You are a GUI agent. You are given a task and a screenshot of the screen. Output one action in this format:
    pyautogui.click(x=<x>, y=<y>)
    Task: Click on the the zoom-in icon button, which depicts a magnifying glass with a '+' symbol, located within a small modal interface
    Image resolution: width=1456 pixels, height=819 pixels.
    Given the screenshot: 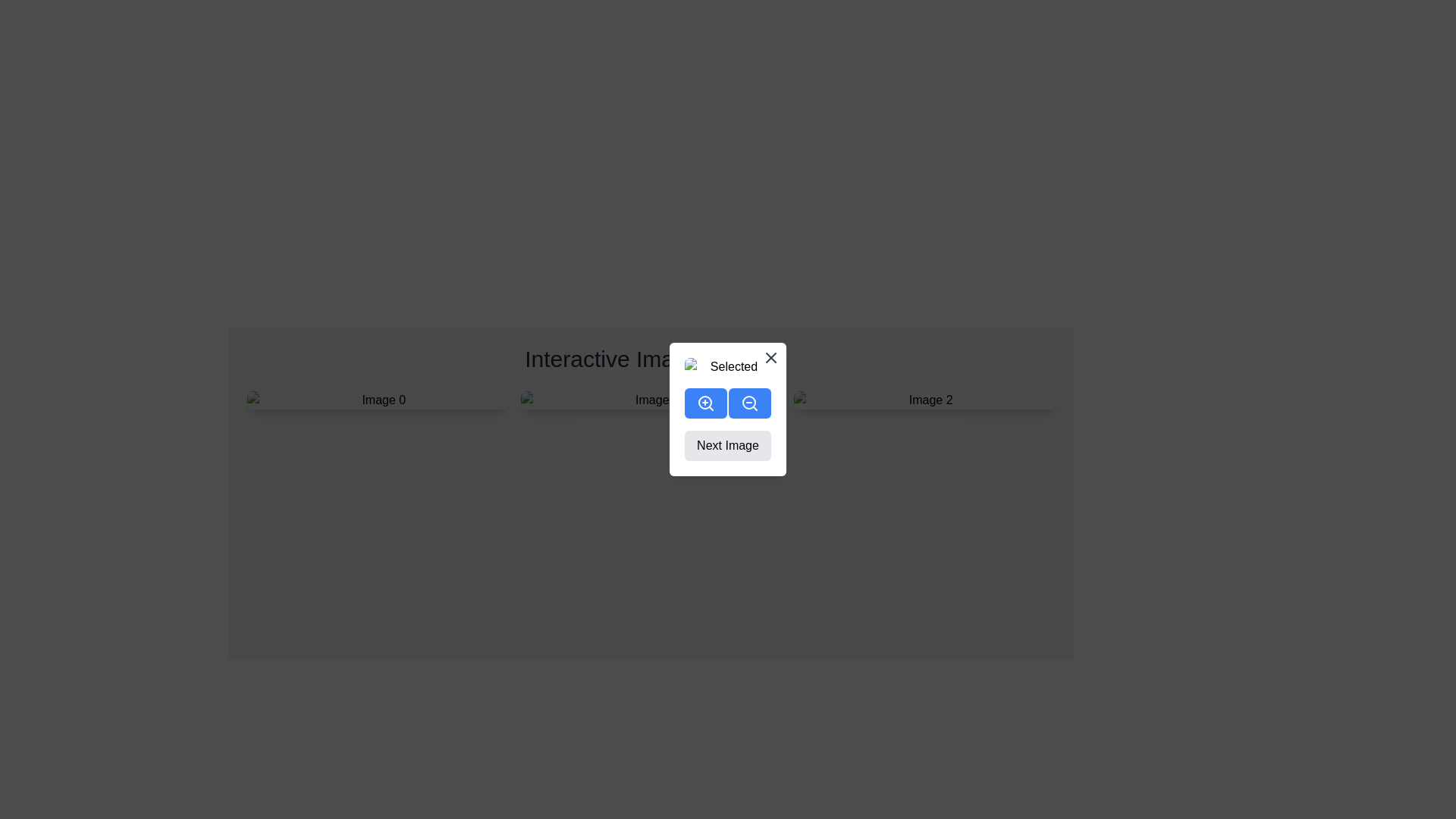 What is the action you would take?
    pyautogui.click(x=705, y=403)
    